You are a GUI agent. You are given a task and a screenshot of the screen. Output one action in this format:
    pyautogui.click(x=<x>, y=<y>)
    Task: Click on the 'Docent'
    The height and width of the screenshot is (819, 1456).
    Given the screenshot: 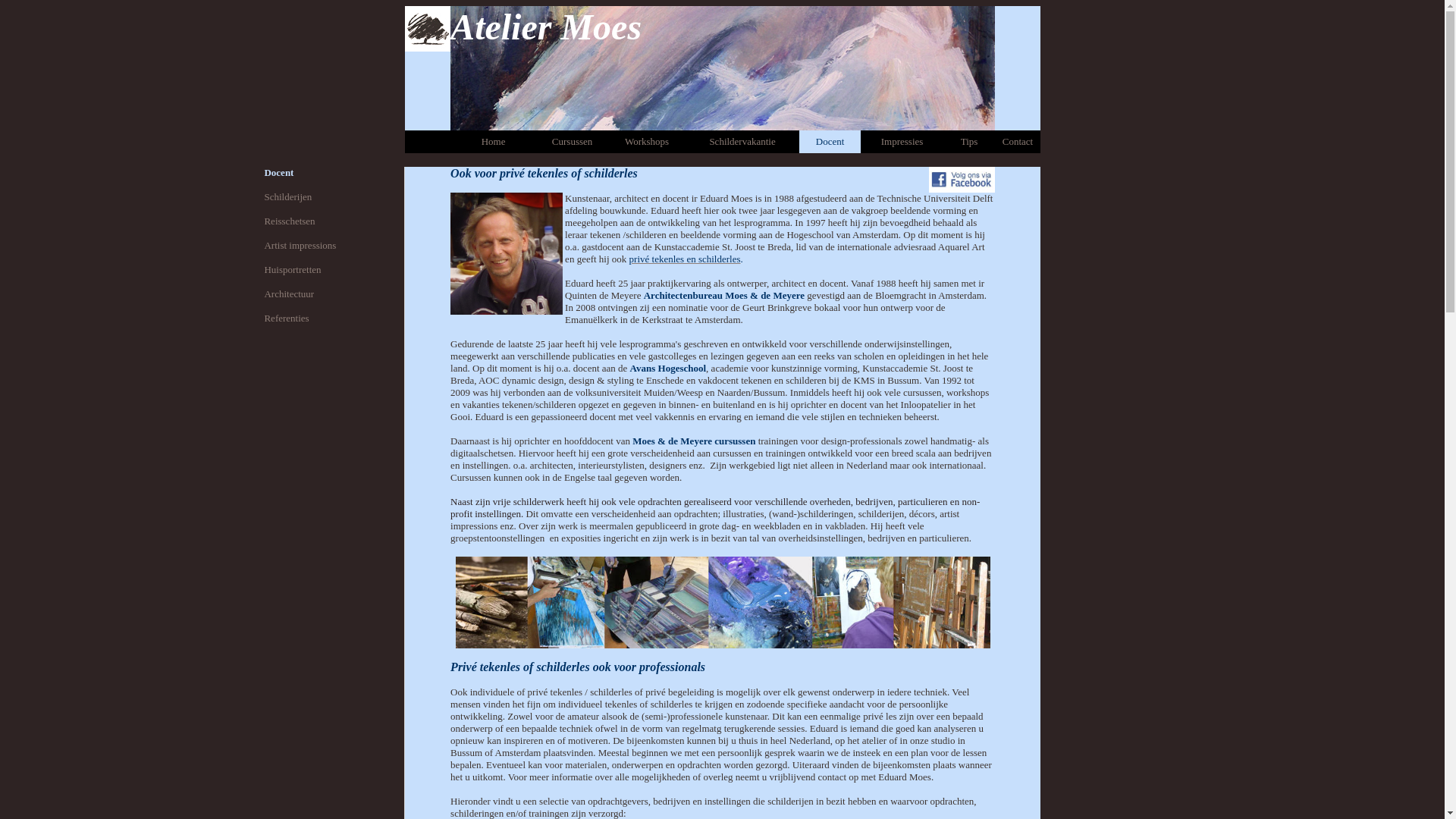 What is the action you would take?
    pyautogui.click(x=829, y=141)
    